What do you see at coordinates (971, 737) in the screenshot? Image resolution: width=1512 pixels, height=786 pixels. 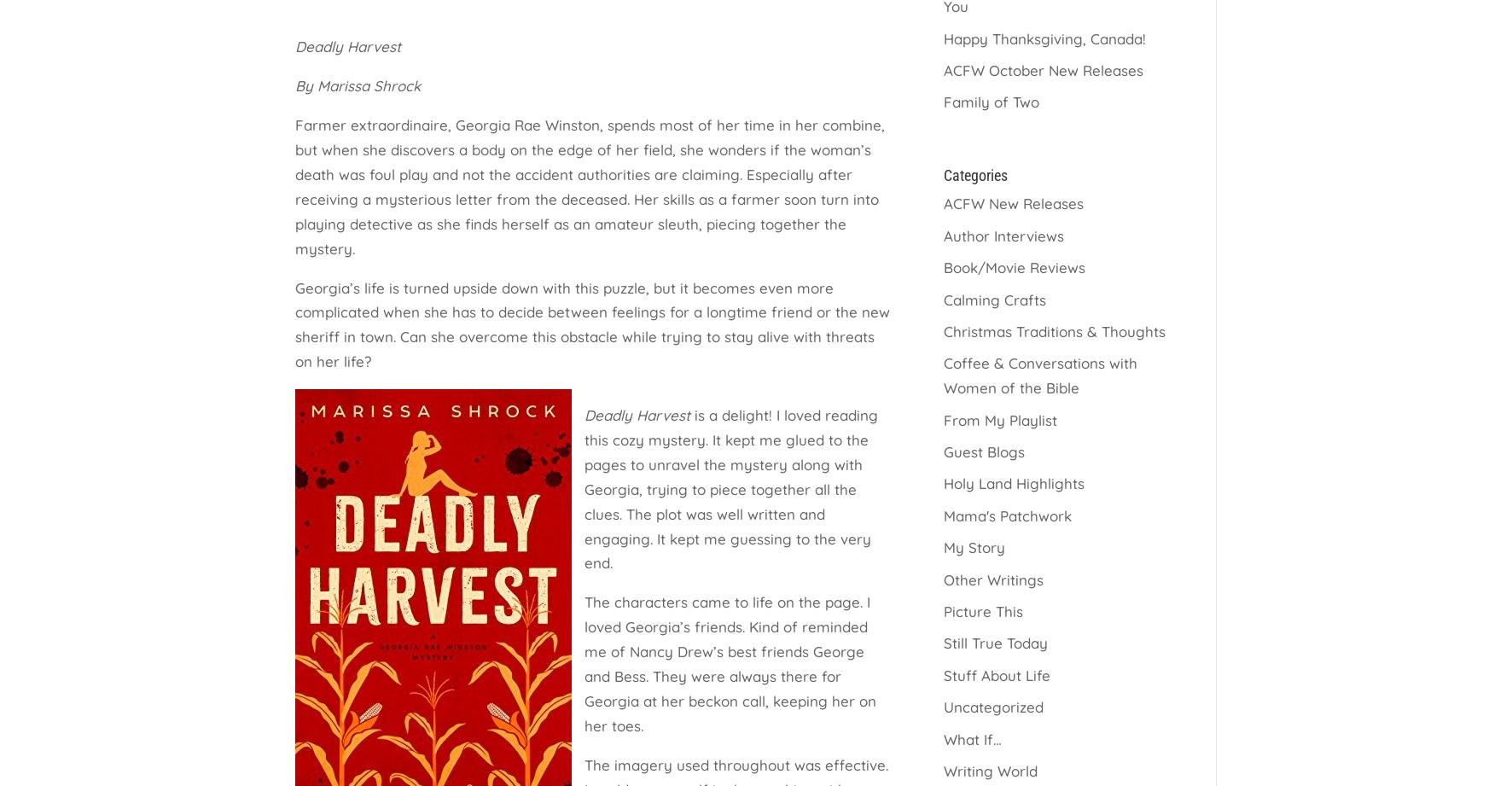 I see `'What If…'` at bounding box center [971, 737].